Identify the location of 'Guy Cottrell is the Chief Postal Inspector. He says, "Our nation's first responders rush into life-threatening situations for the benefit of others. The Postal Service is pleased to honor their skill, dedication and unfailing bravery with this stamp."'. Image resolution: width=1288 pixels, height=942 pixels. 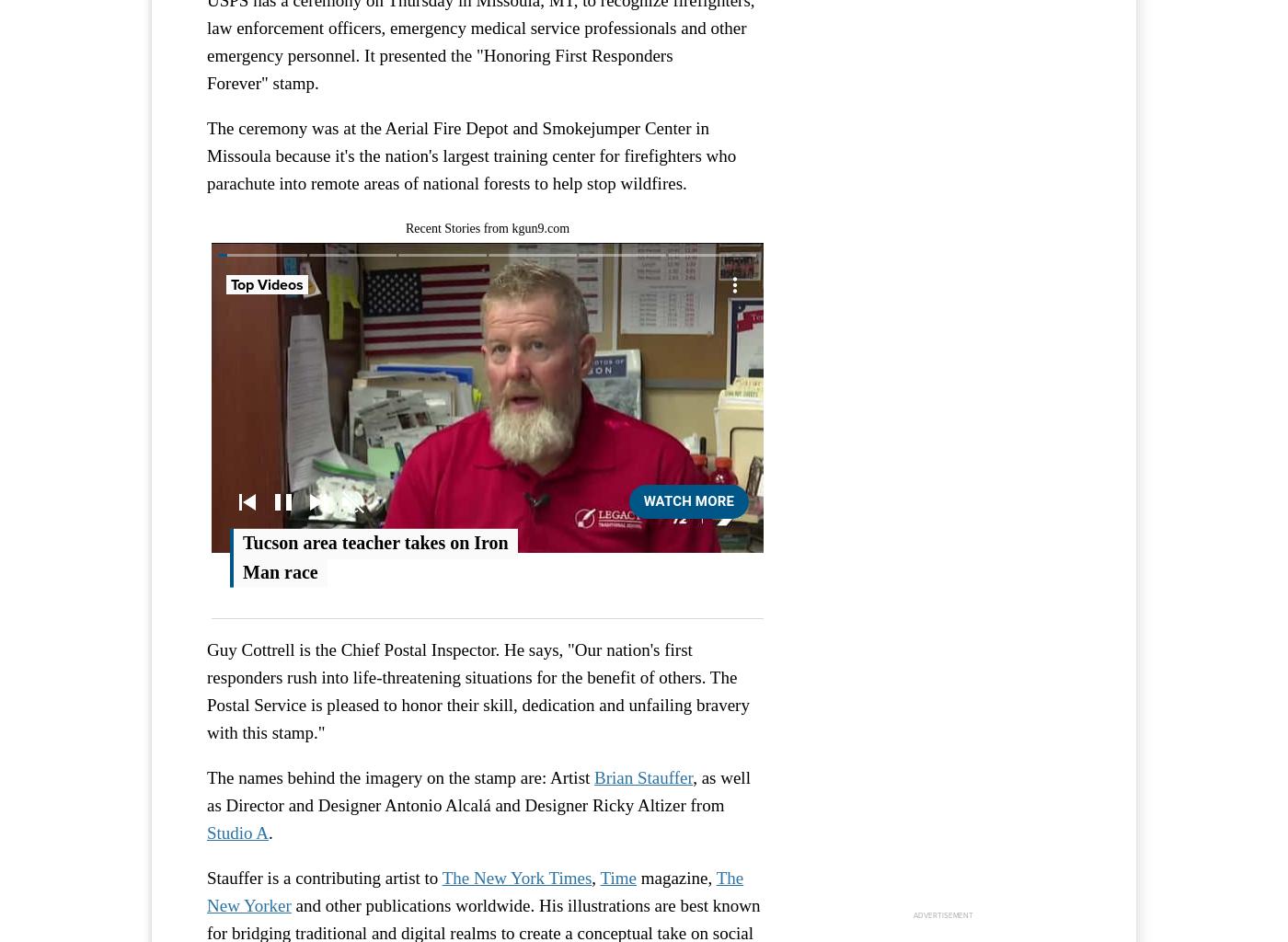
(477, 690).